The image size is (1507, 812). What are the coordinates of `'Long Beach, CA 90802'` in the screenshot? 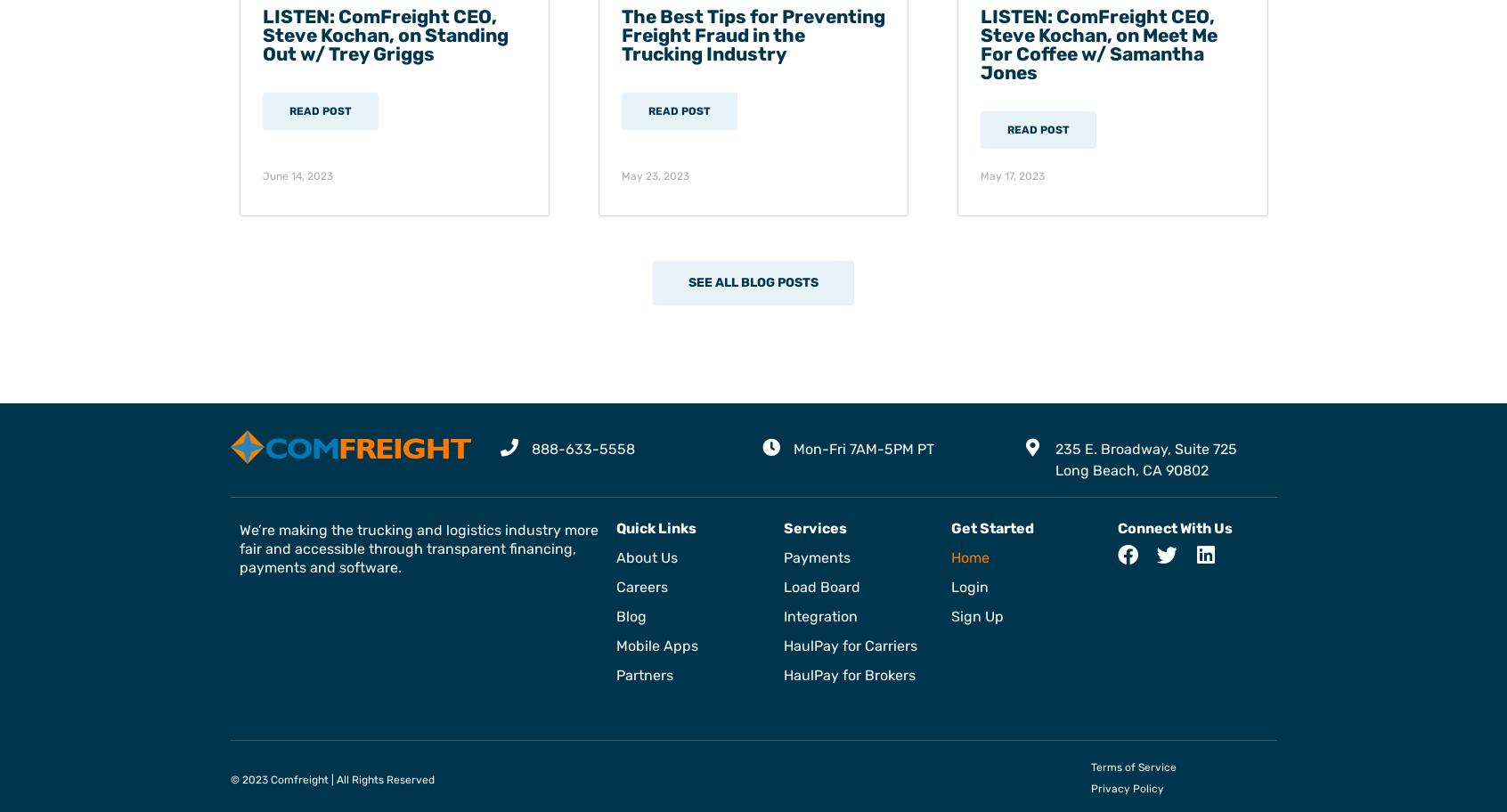 It's located at (1130, 468).